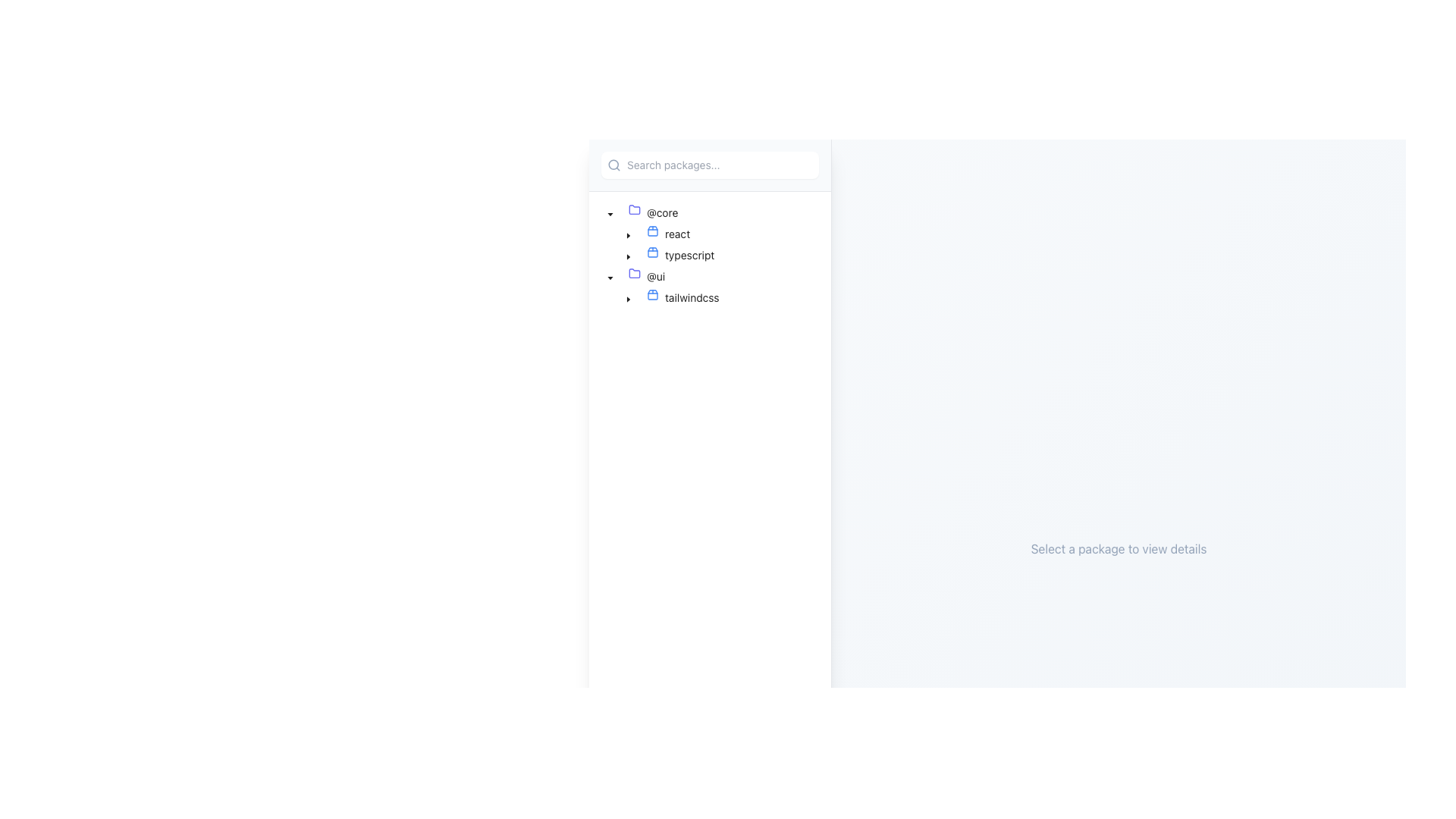 The image size is (1456, 819). Describe the element at coordinates (610, 277) in the screenshot. I see `the Dropdown Indicator Icon, which is a small downward-pointing arrow next to the '@ui' text label in the tree view structure` at that location.